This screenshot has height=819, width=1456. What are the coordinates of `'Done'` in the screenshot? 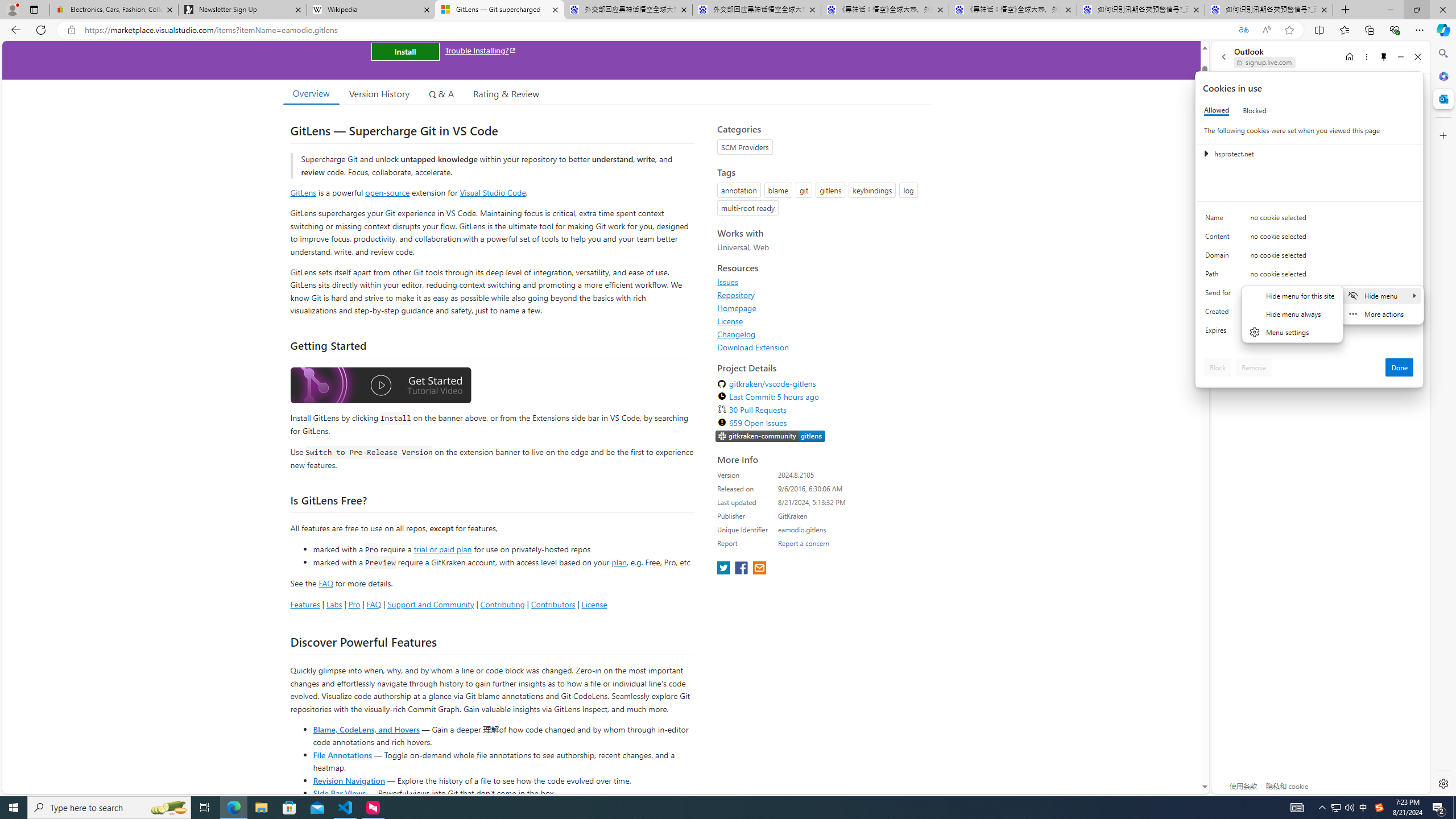 It's located at (1400, 367).